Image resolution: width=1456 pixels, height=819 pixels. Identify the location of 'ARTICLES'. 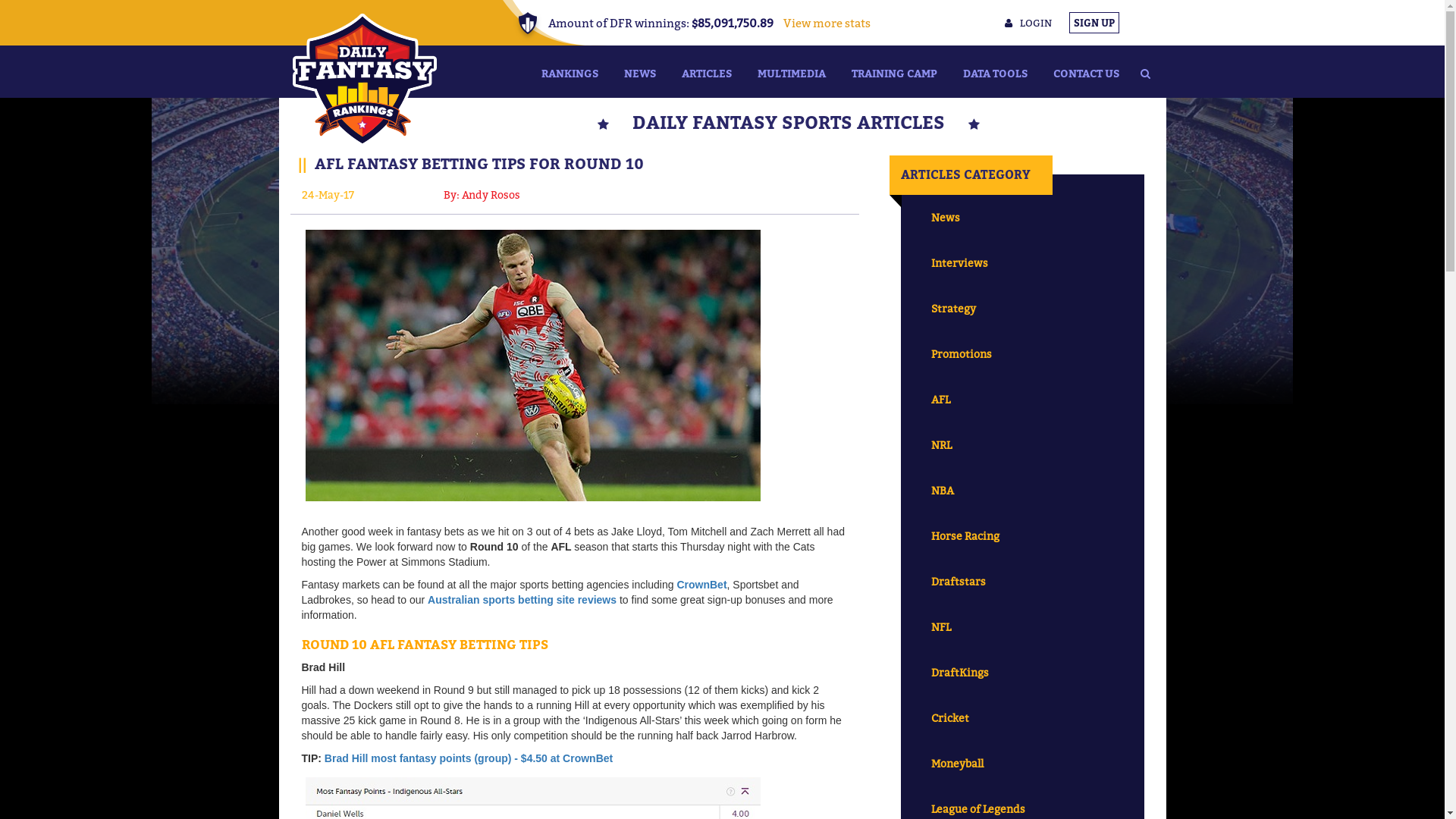
(705, 71).